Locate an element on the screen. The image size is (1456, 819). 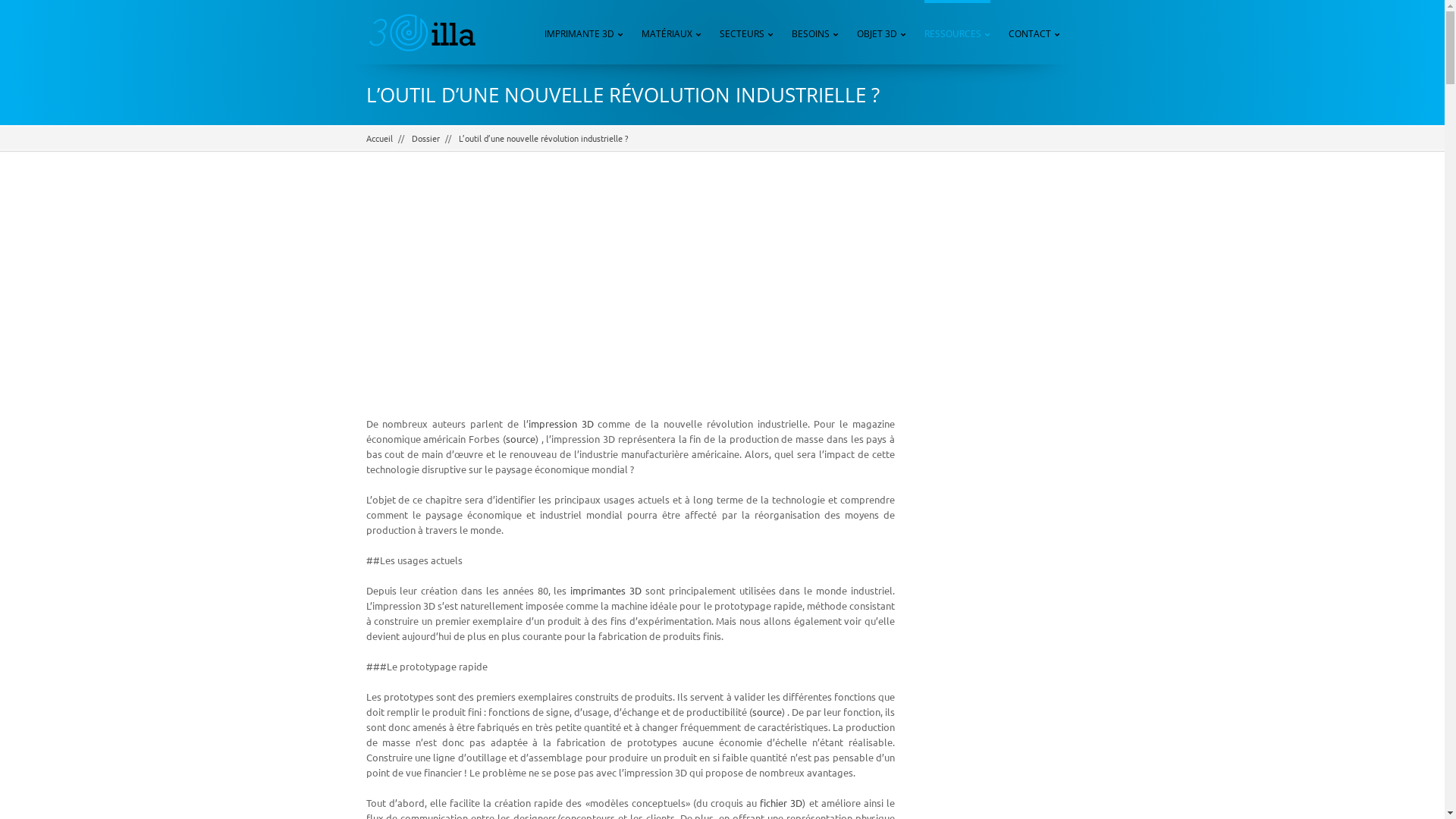
'source' is located at coordinates (767, 711).